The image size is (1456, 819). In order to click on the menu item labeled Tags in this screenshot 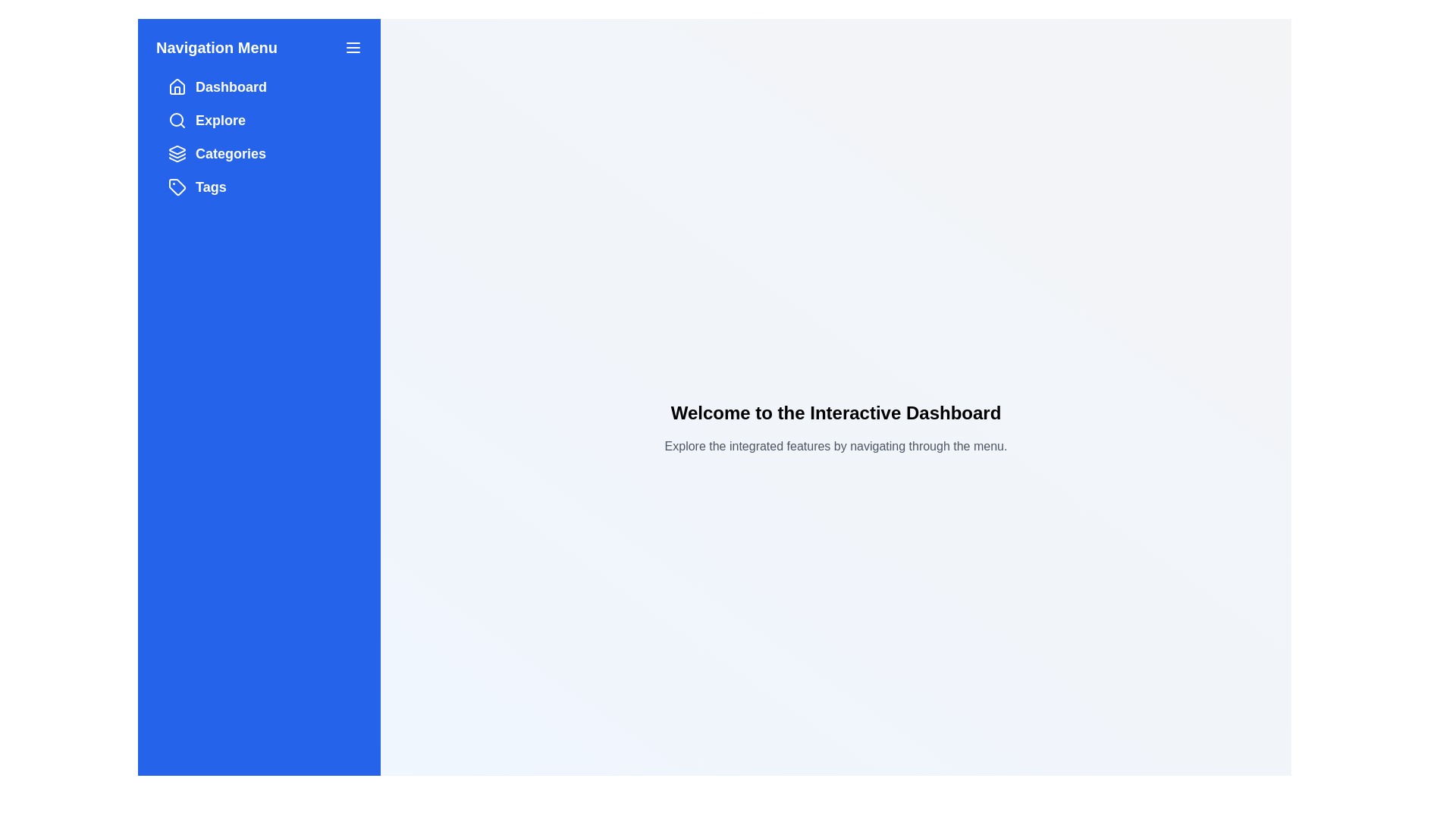, I will do `click(259, 186)`.